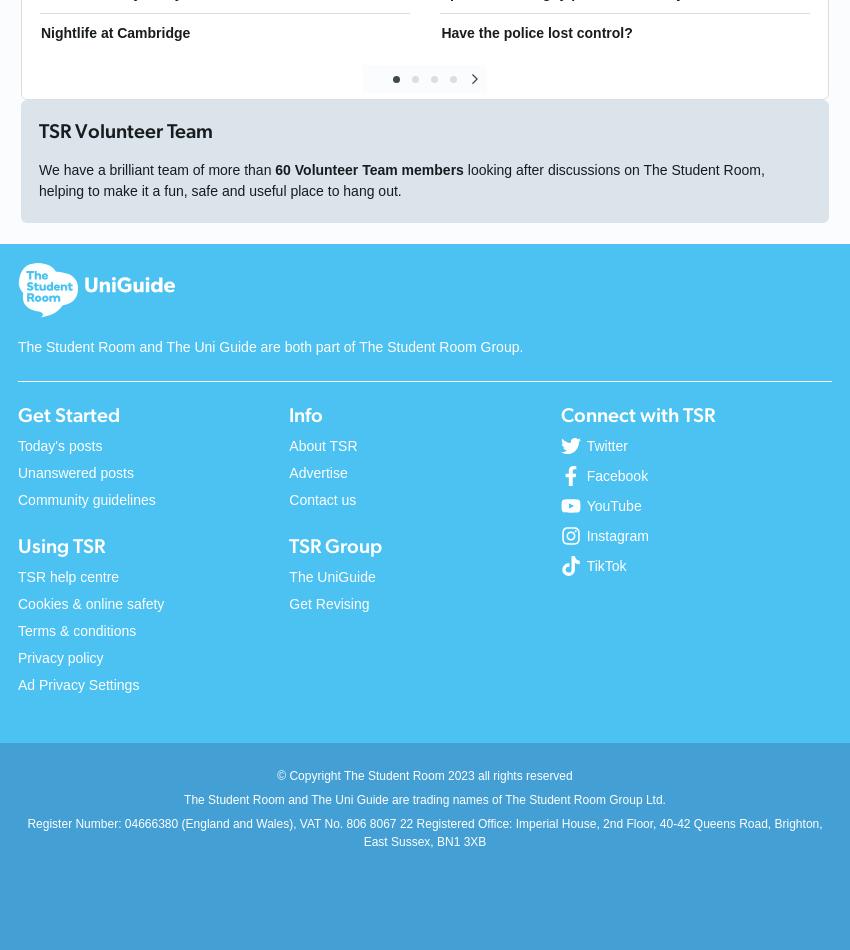 The image size is (850, 950). Describe the element at coordinates (367, 169) in the screenshot. I see `'60 Volunteer Team members'` at that location.